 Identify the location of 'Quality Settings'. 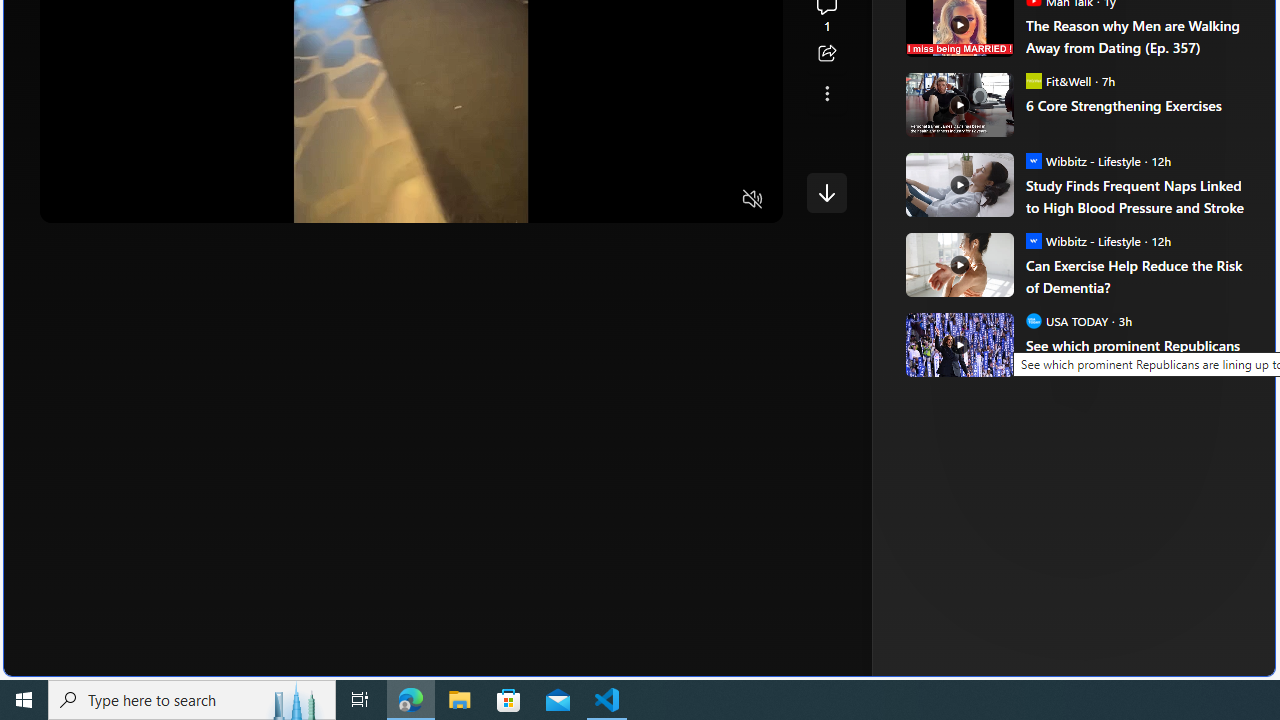
(633, 200).